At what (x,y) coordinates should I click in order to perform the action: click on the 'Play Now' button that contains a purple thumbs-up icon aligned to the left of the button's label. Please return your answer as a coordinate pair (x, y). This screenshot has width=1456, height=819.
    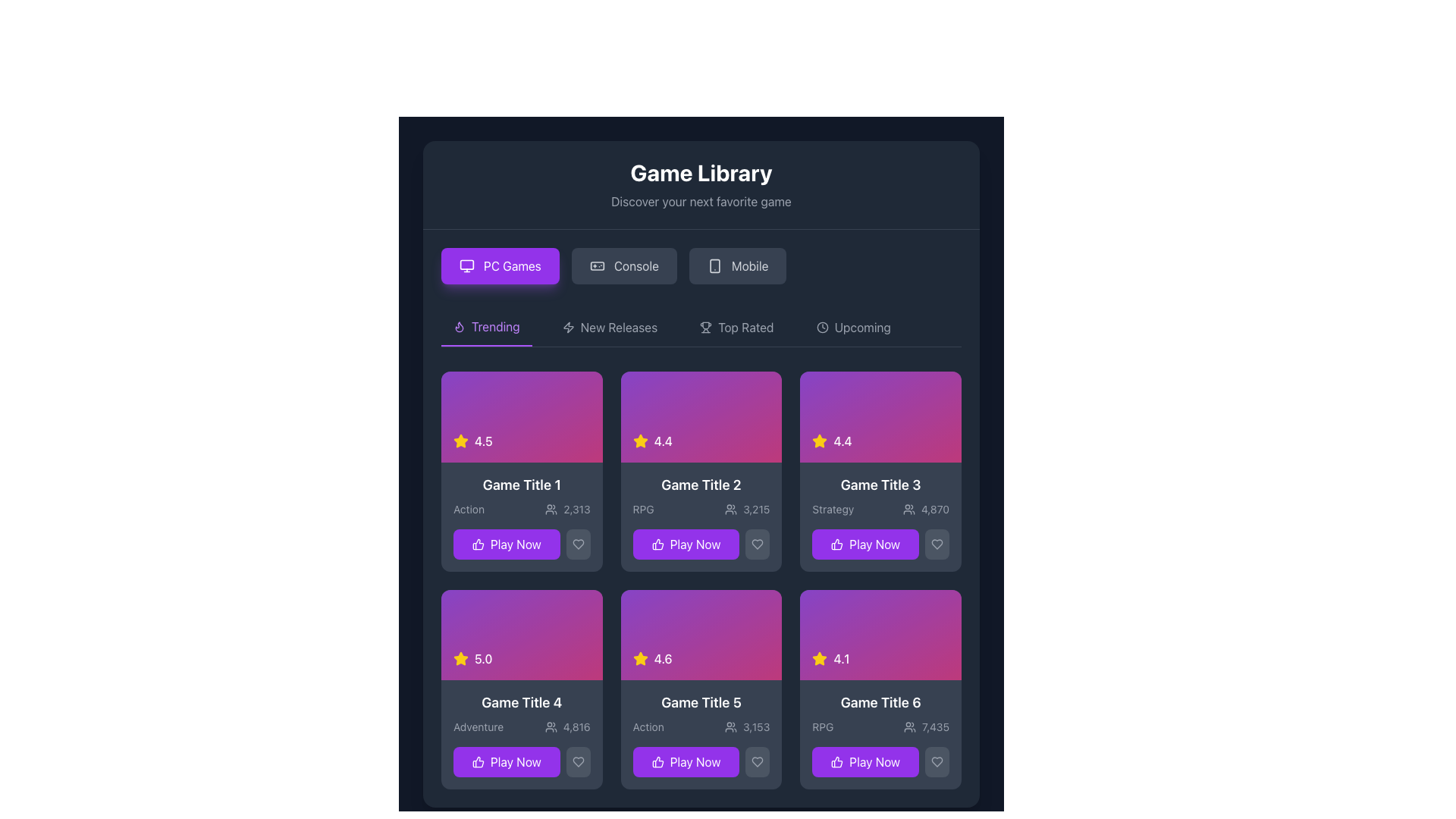
    Looking at the image, I should click on (657, 762).